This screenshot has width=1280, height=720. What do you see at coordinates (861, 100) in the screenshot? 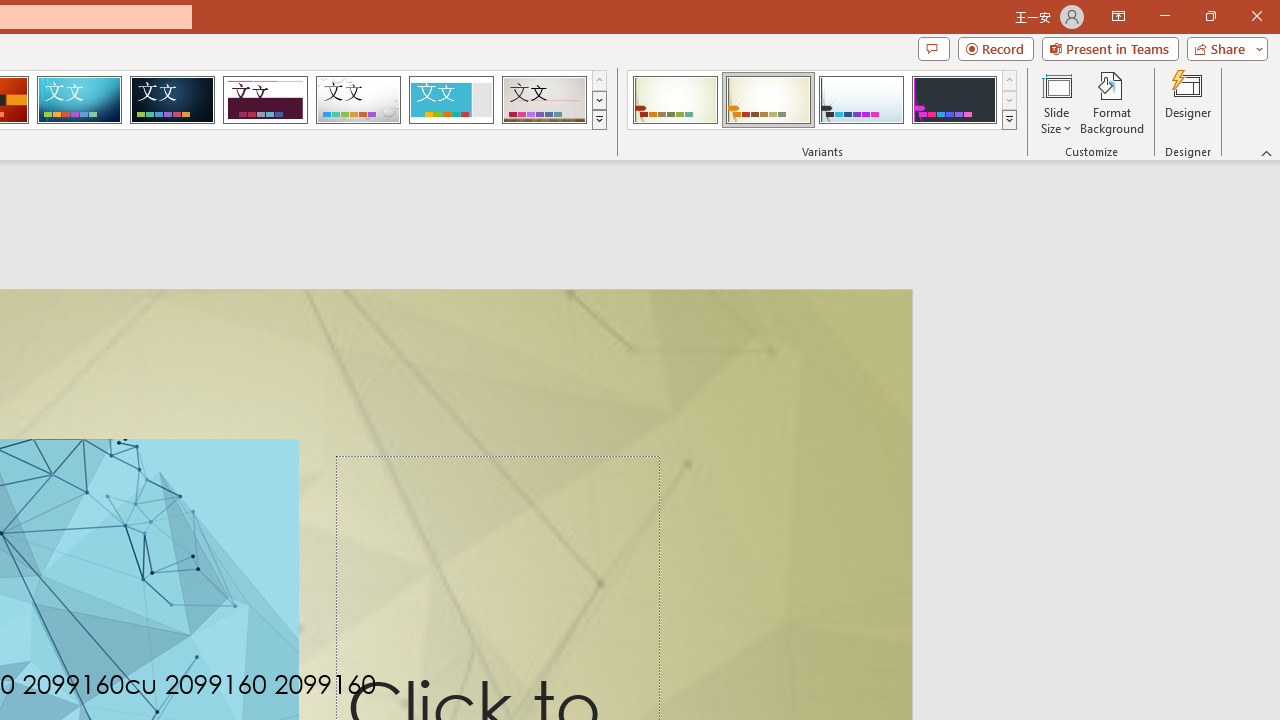
I see `'Wisp Variant 3'` at bounding box center [861, 100].